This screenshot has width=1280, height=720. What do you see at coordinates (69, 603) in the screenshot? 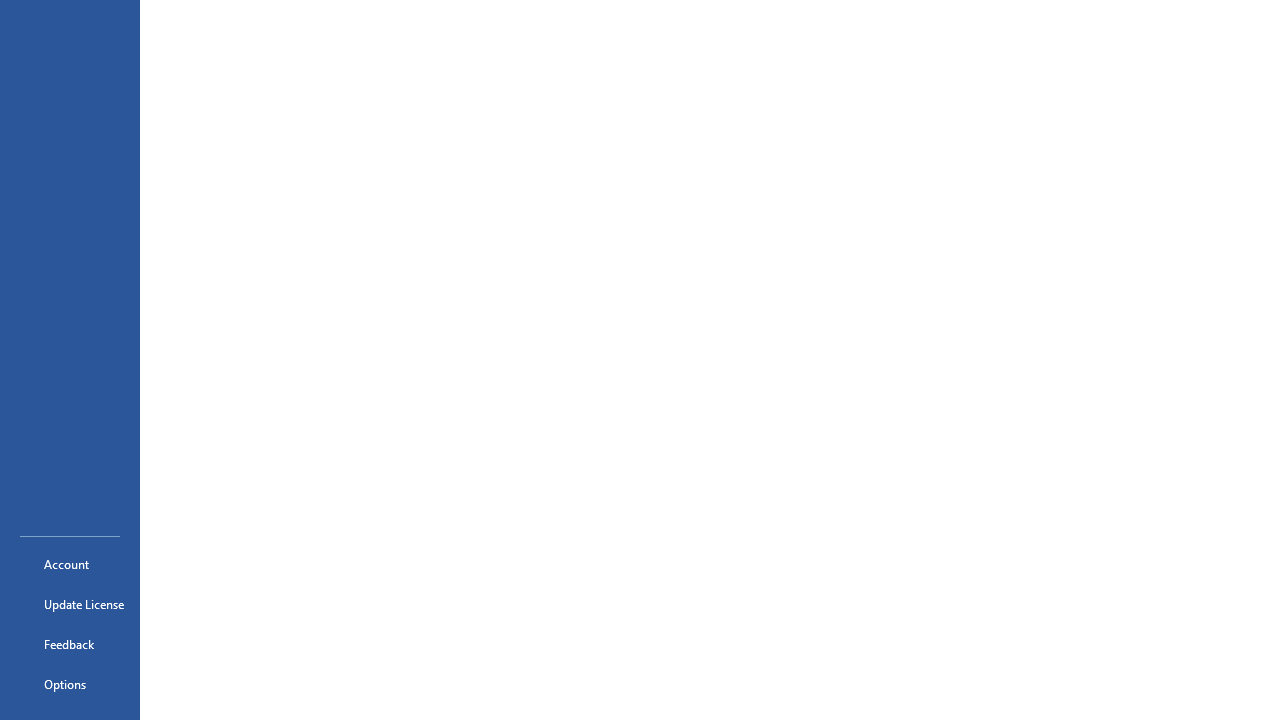
I see `'Update License'` at bounding box center [69, 603].